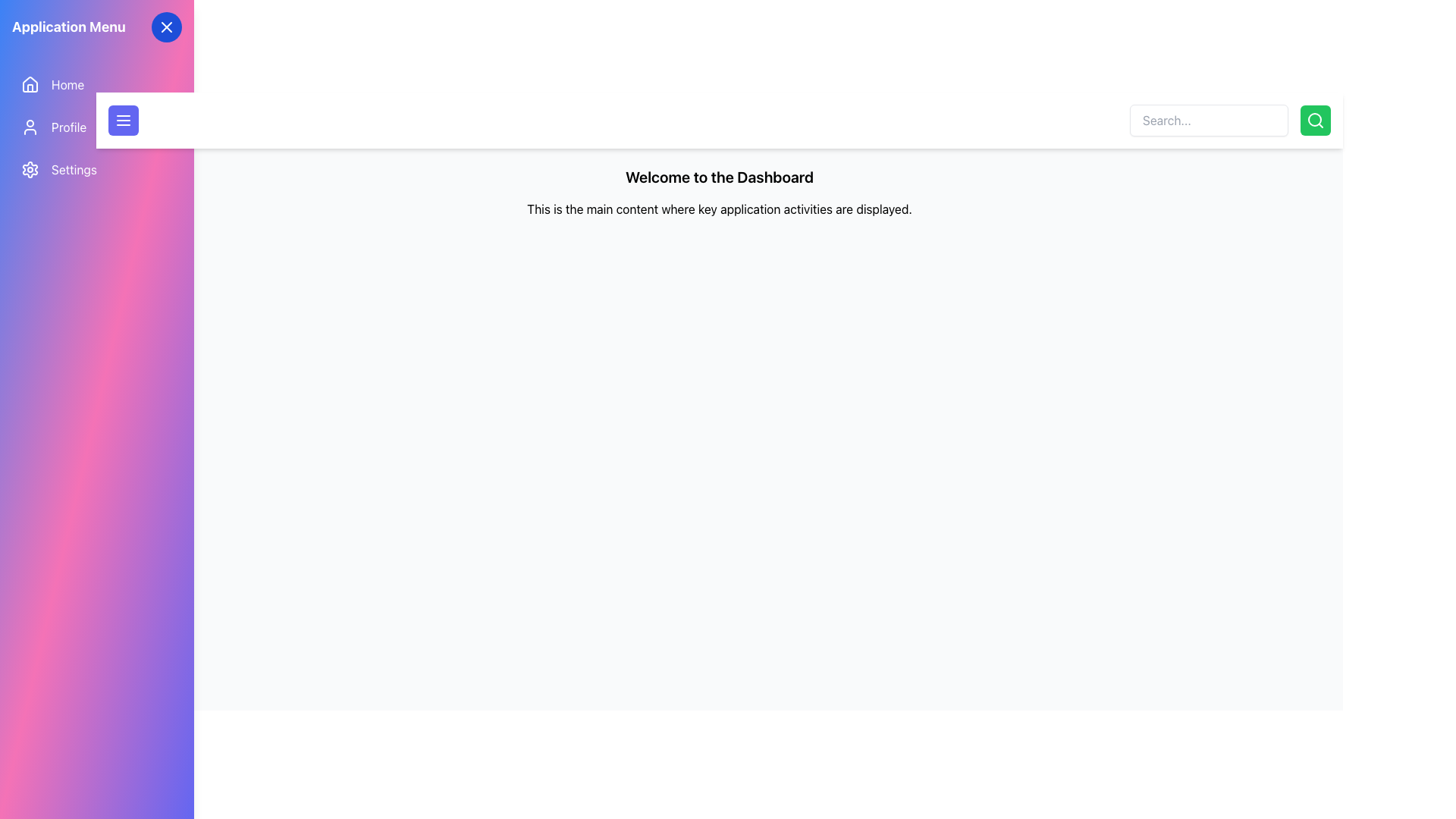  What do you see at coordinates (67, 84) in the screenshot?
I see `the navigational link labeled as the first option in the application menu, which is located below the header 'Application Menu' and above 'Profile' and 'Settings'` at bounding box center [67, 84].